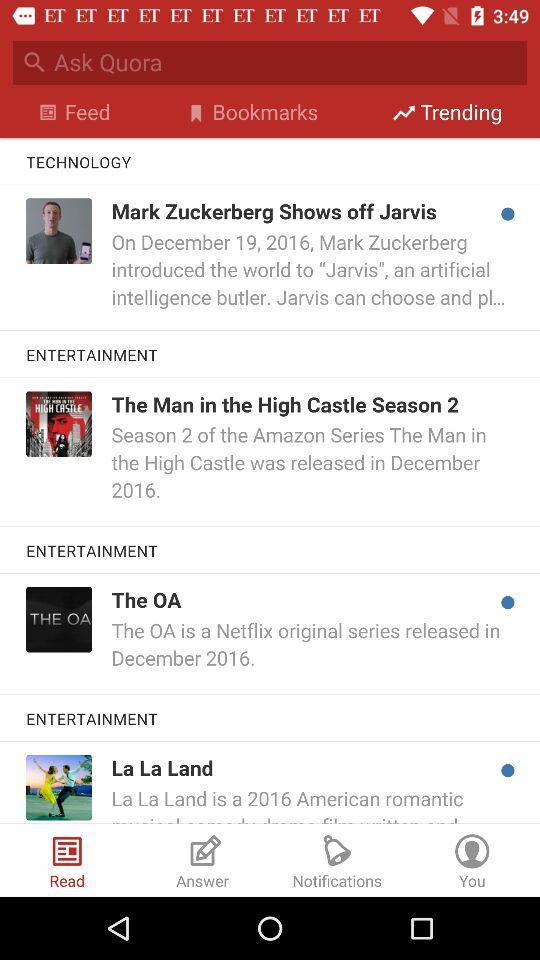 This screenshot has width=540, height=960. What do you see at coordinates (33, 62) in the screenshot?
I see `search icon` at bounding box center [33, 62].